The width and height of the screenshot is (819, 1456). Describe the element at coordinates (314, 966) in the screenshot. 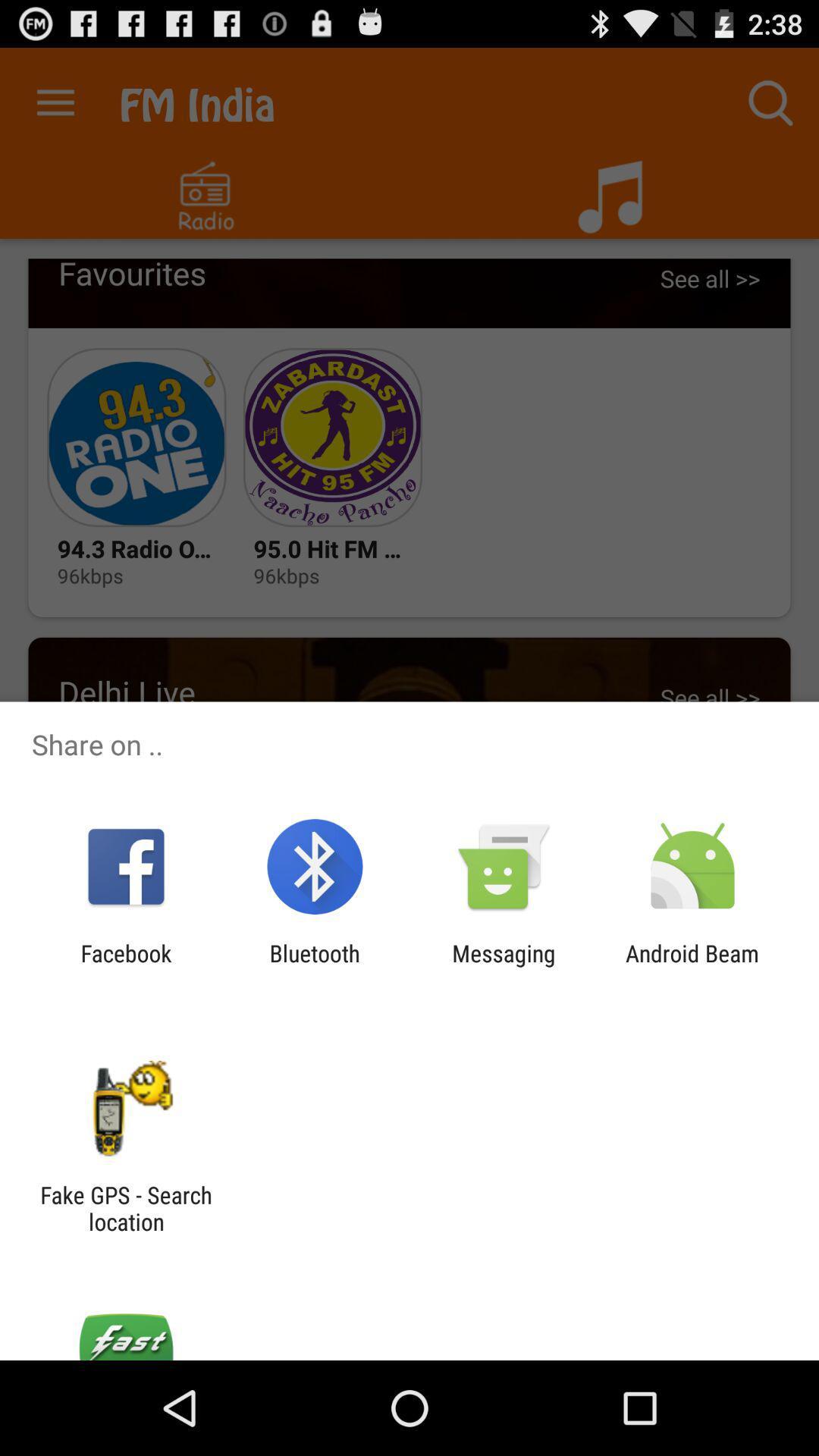

I see `icon to the left of the messaging` at that location.